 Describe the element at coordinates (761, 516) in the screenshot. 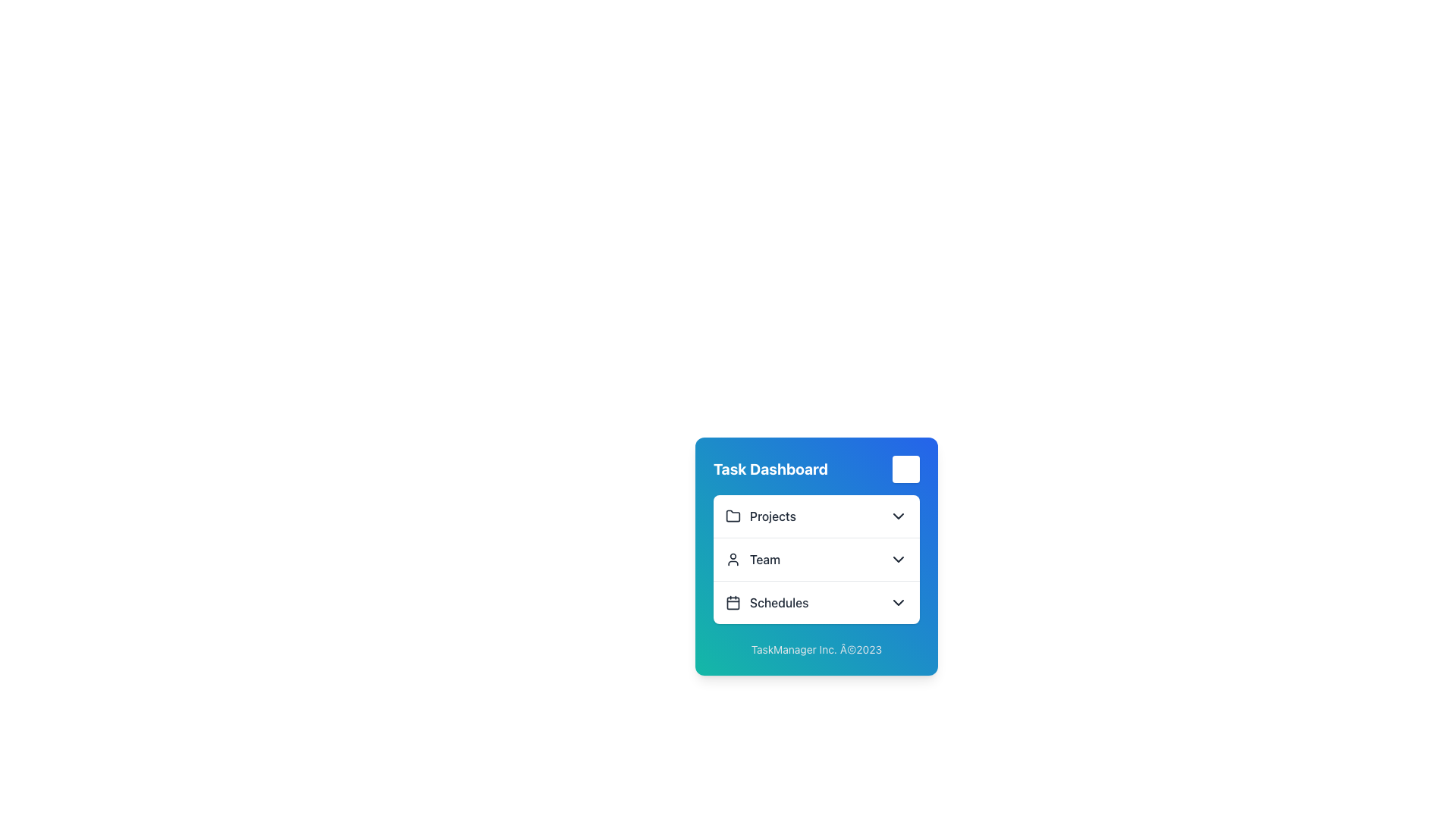

I see `the first list item with text and icon in the task management interface` at that location.